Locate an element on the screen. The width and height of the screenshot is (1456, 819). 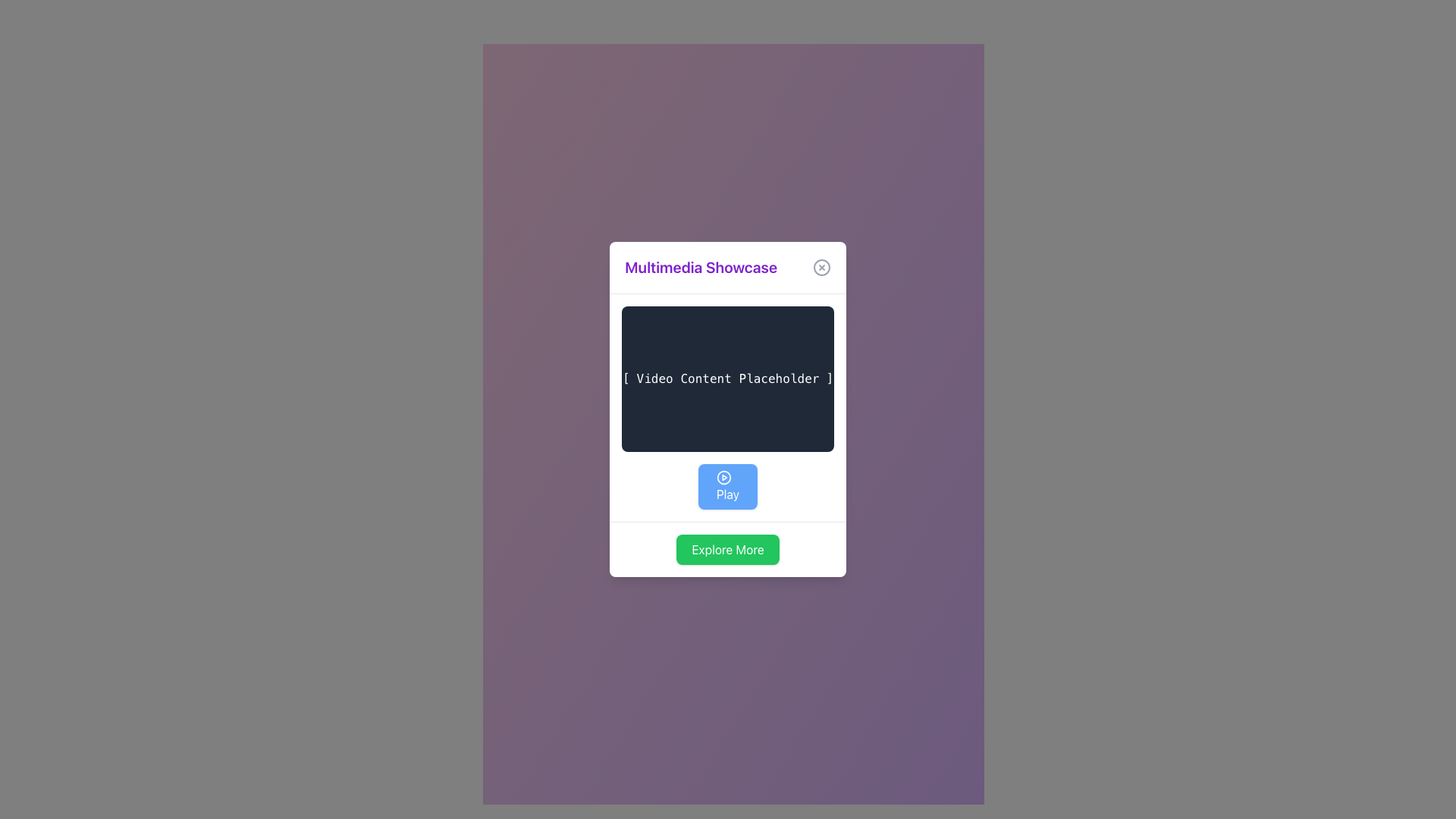
the small circular play icon located inside the 'Play' button is located at coordinates (723, 476).